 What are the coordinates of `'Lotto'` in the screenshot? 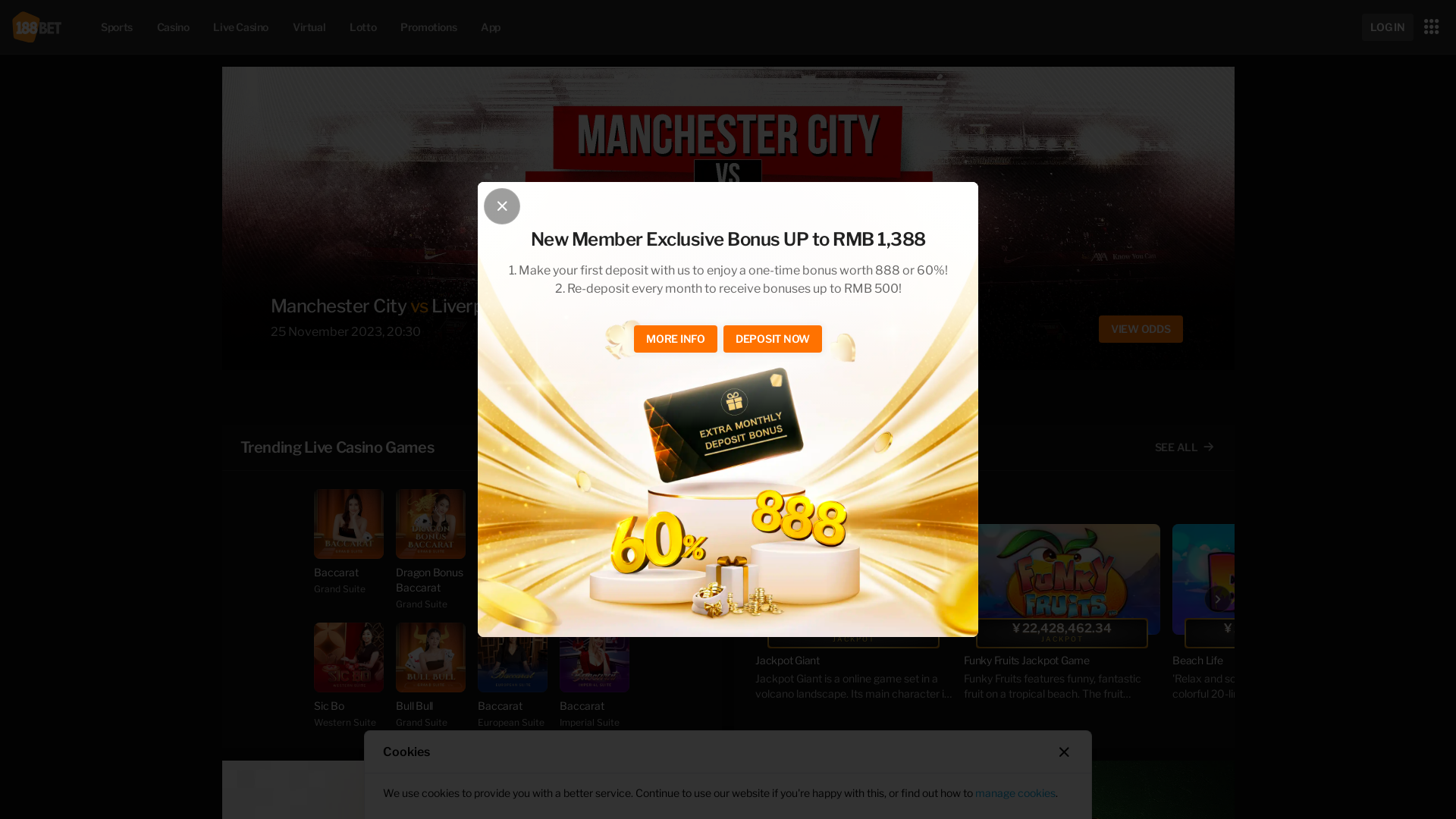 It's located at (362, 26).